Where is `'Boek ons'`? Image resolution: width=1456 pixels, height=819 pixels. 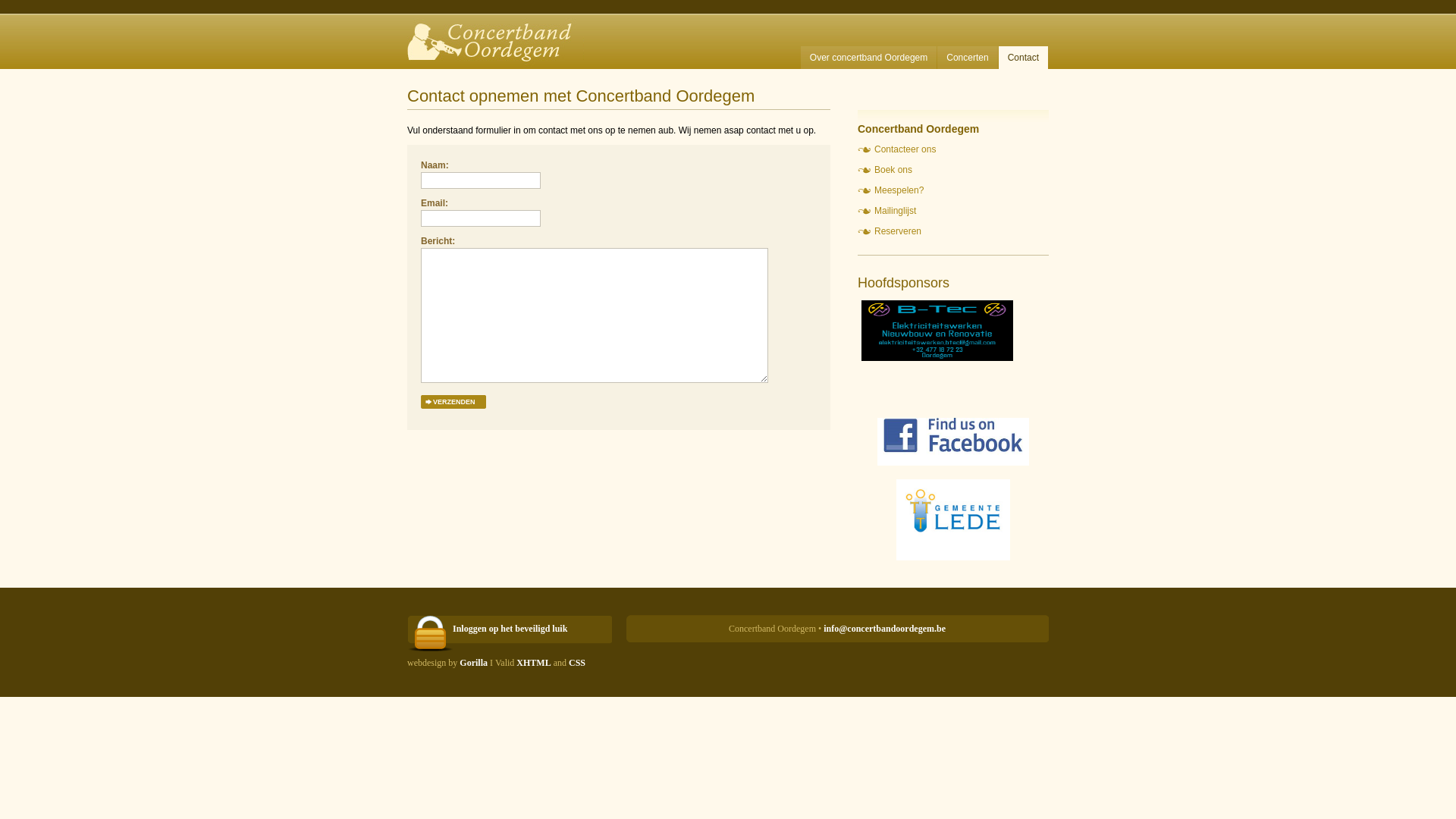 'Boek ons' is located at coordinates (884, 169).